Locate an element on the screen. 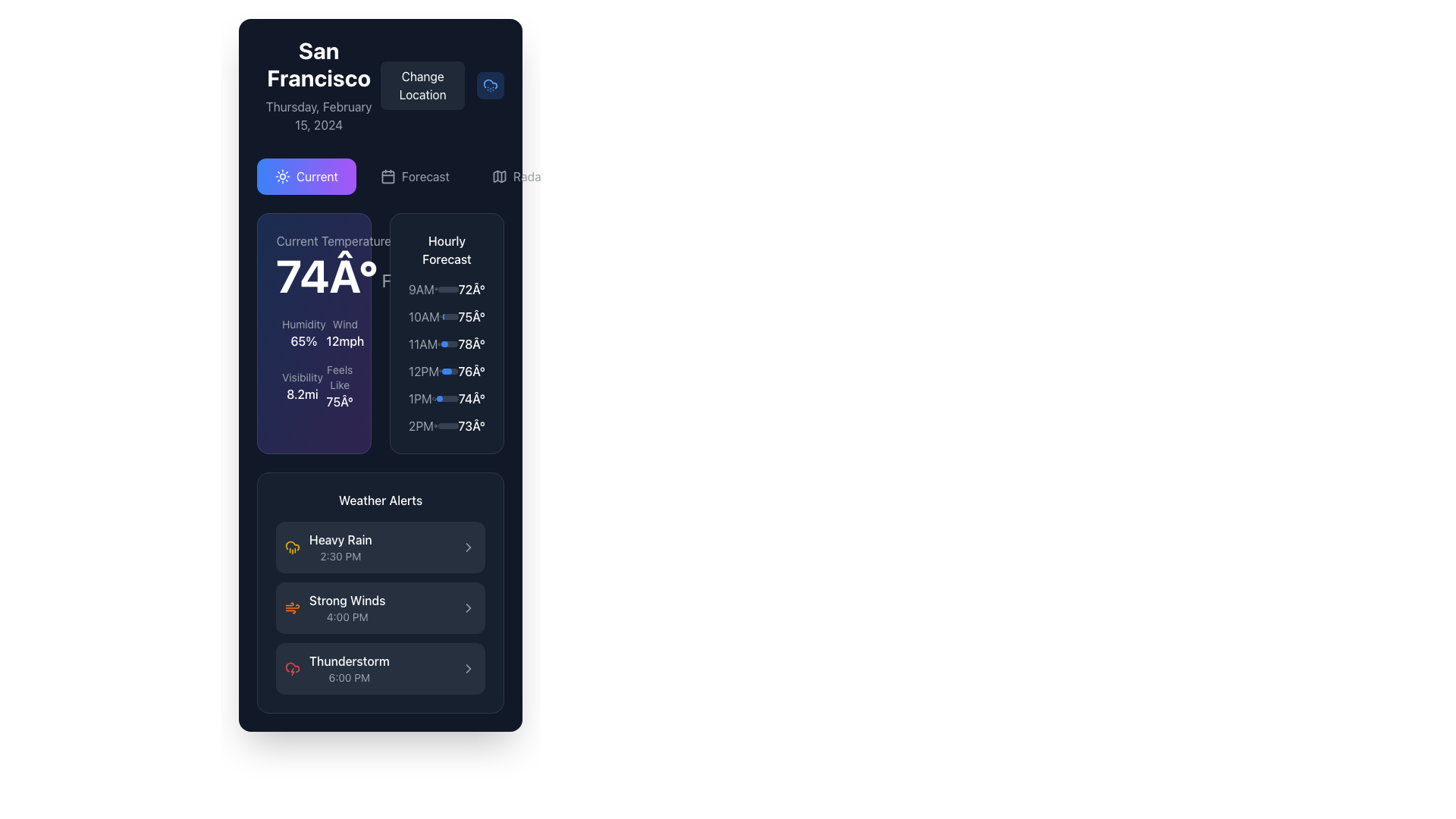  the folded map icon, which is styled in a minimalist outline design and is located to the left of the 'Radar' text link is located at coordinates (499, 175).